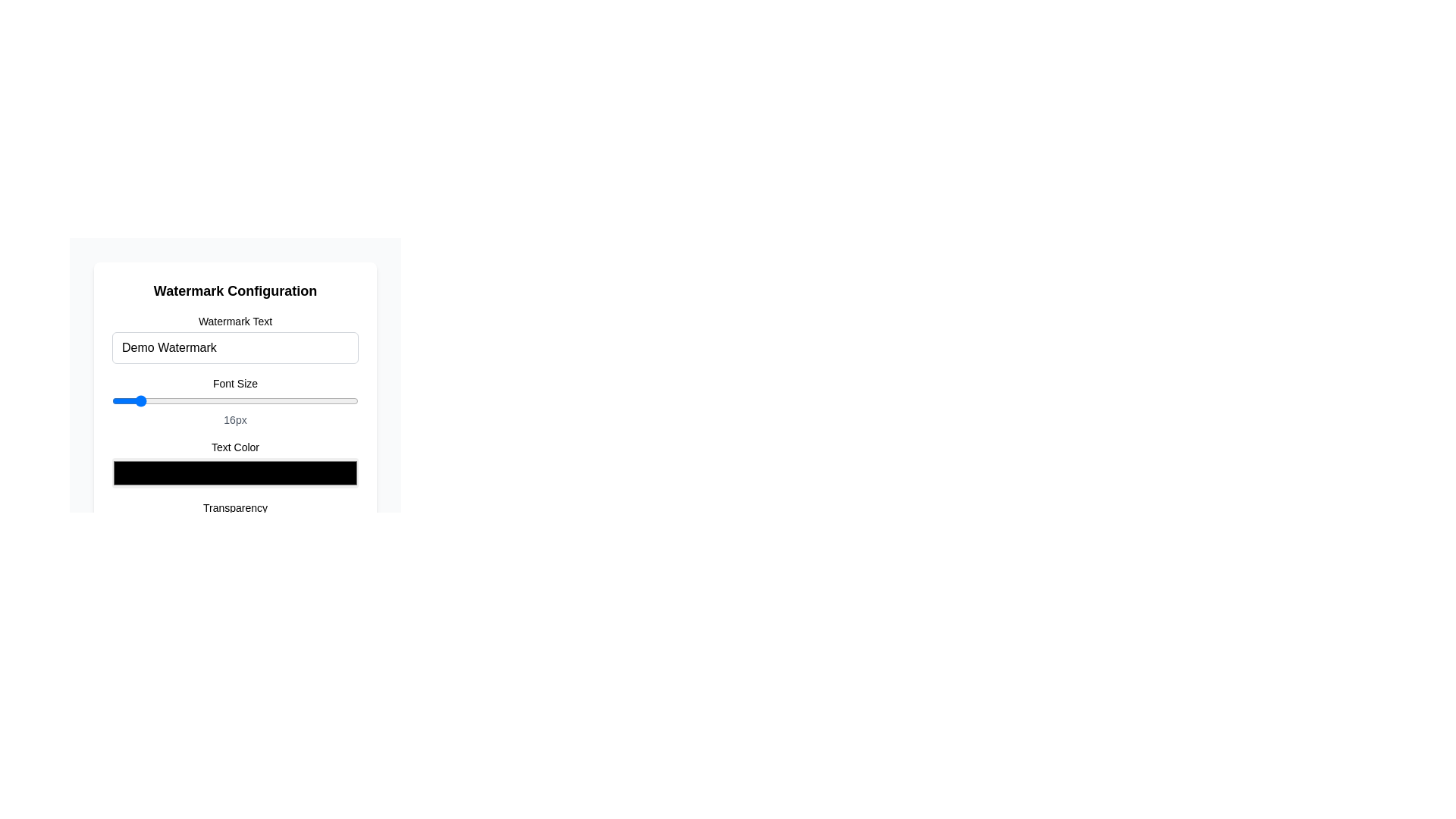 Image resolution: width=1456 pixels, height=819 pixels. What do you see at coordinates (234, 400) in the screenshot?
I see `the blue knob of the horizontal slider input` at bounding box center [234, 400].